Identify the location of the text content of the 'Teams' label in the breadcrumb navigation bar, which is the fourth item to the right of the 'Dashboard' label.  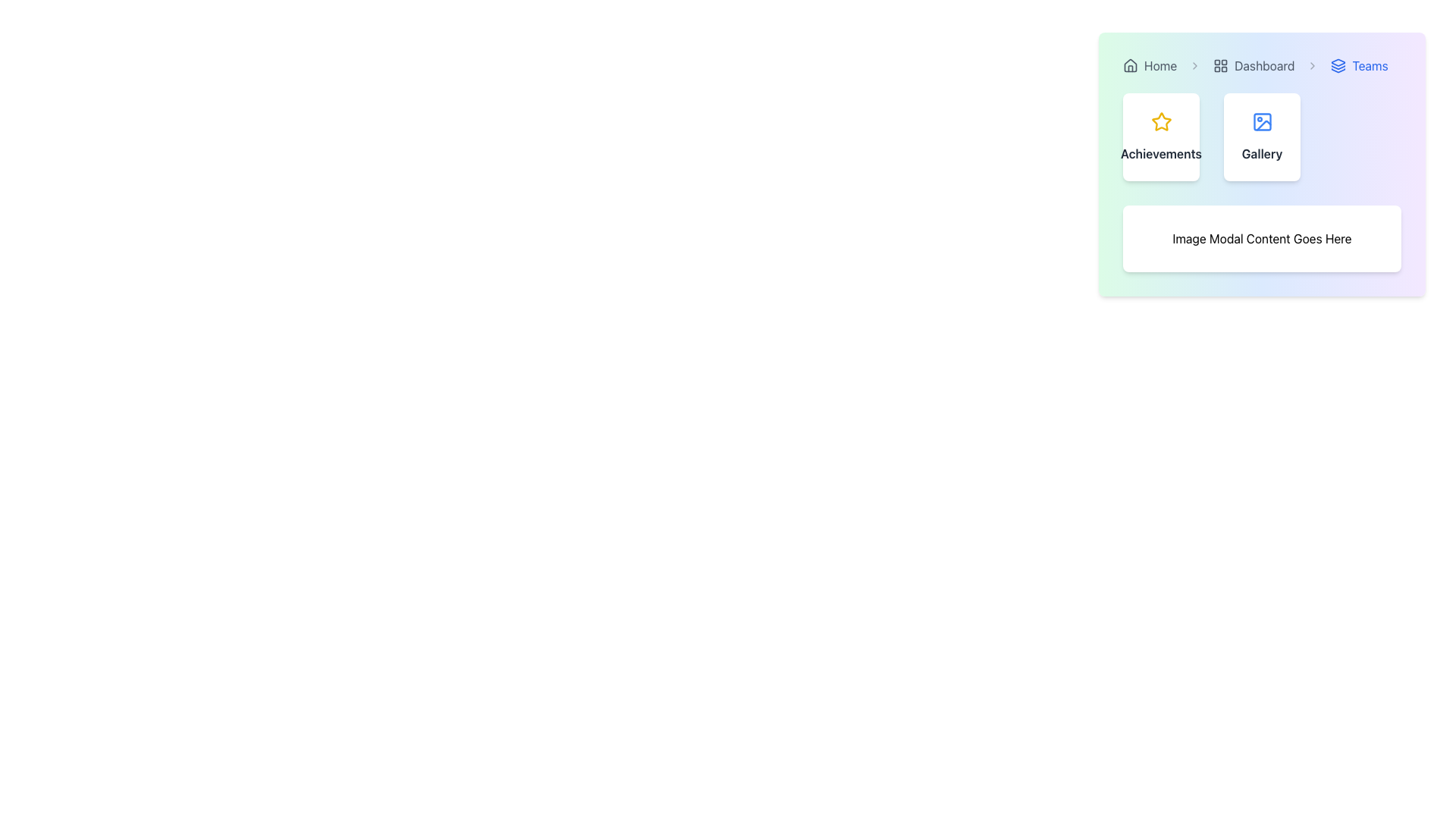
(1370, 65).